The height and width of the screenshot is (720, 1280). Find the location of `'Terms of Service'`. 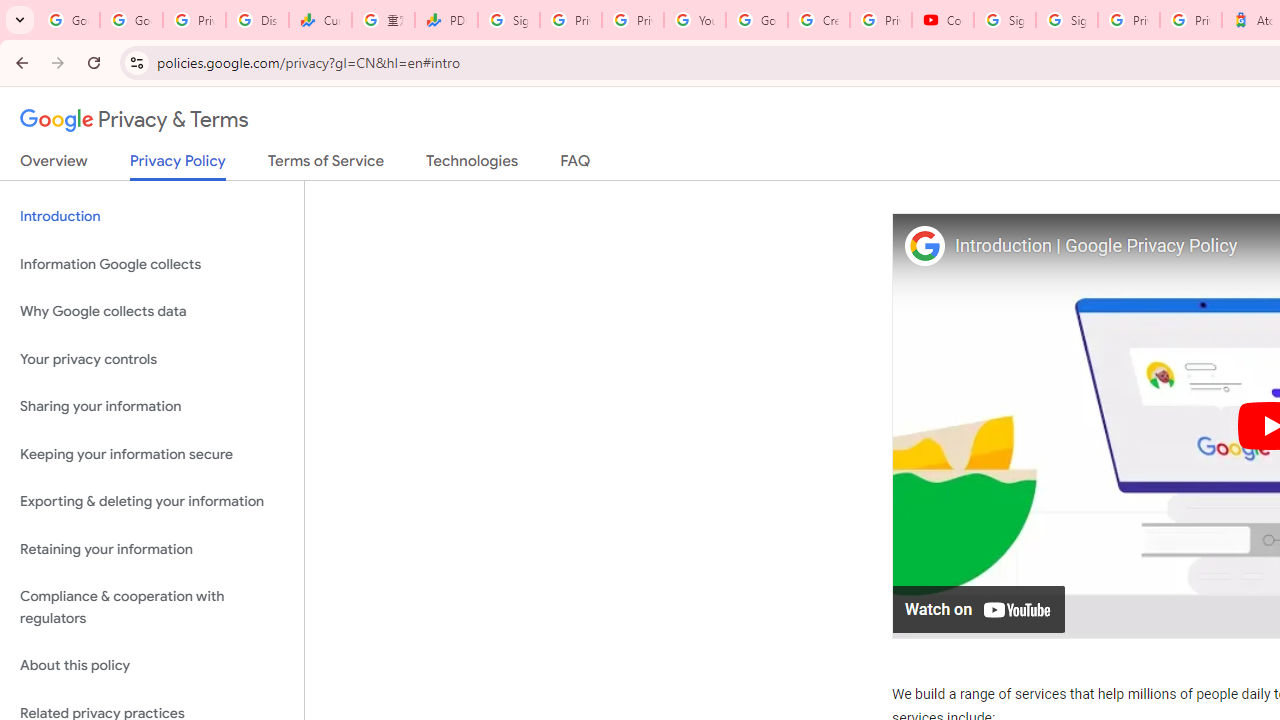

'Terms of Service' is located at coordinates (326, 164).